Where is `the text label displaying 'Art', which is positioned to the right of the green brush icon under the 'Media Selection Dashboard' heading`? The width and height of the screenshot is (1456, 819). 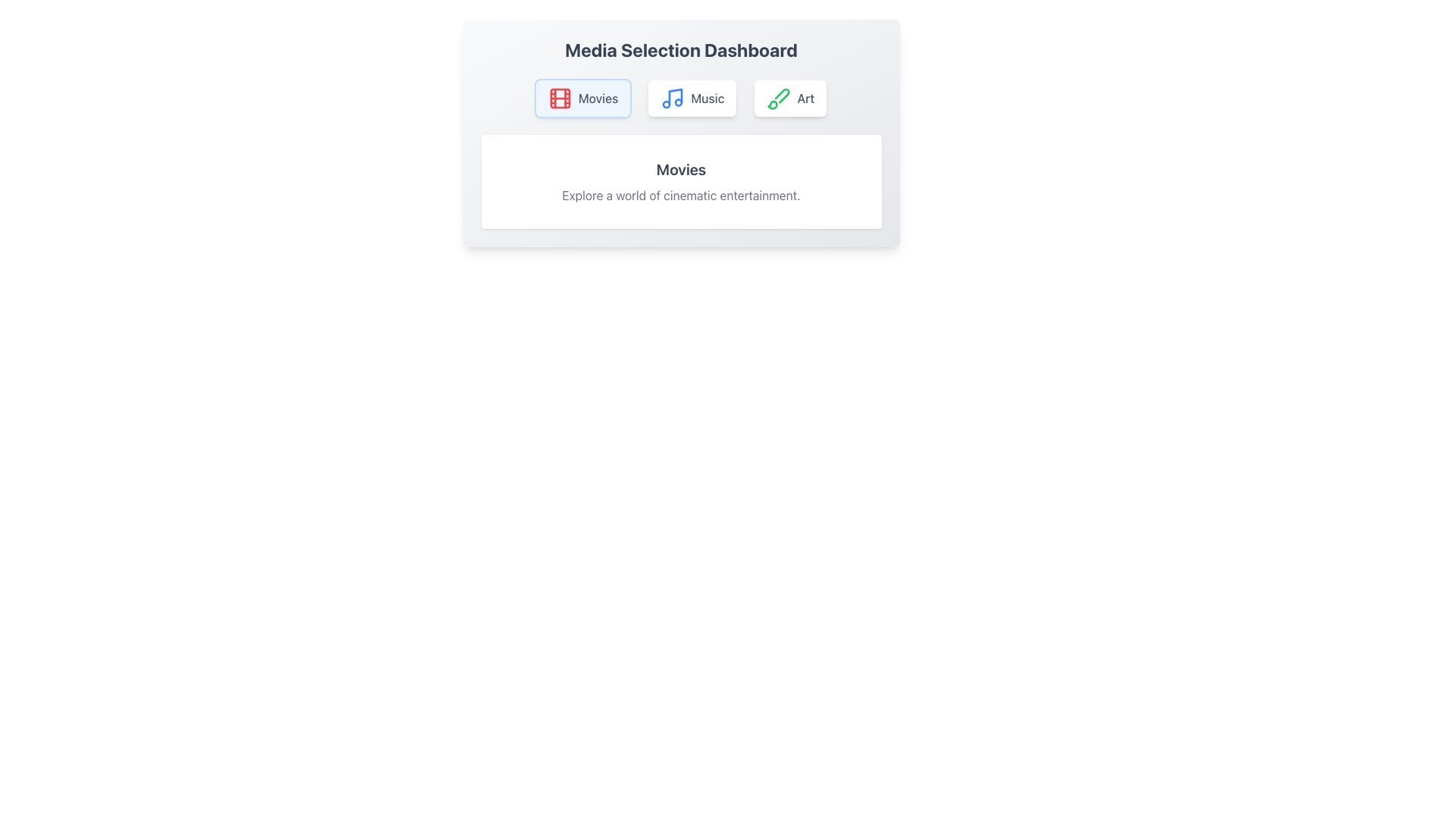 the text label displaying 'Art', which is positioned to the right of the green brush icon under the 'Media Selection Dashboard' heading is located at coordinates (805, 99).